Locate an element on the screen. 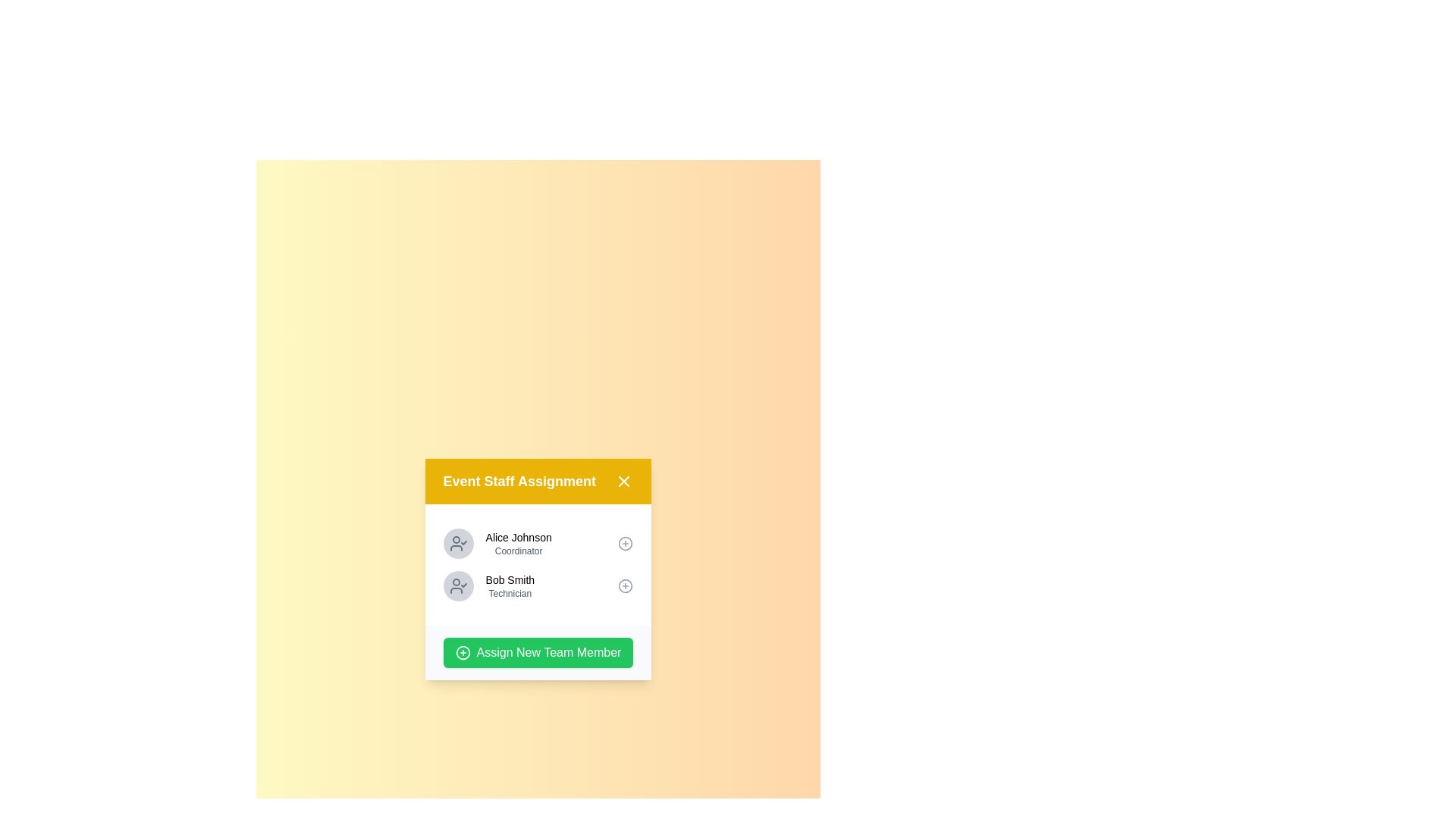 Image resolution: width=1456 pixels, height=819 pixels. the 'Close' button to close the dialog is located at coordinates (624, 482).